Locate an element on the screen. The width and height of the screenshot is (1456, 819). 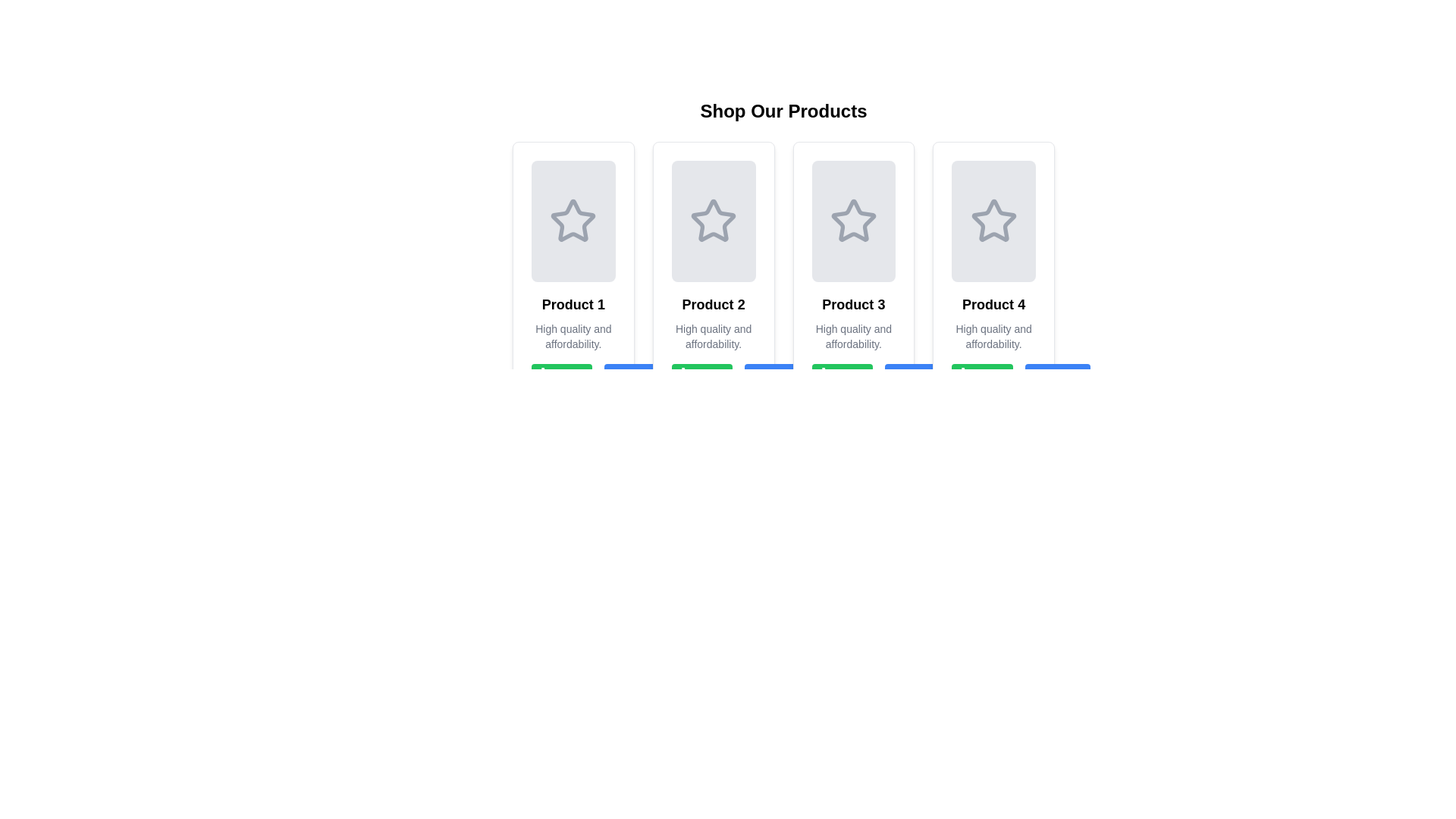
the product card located in the top-left corner of the grid layout to activate hover effects is located at coordinates (573, 275).